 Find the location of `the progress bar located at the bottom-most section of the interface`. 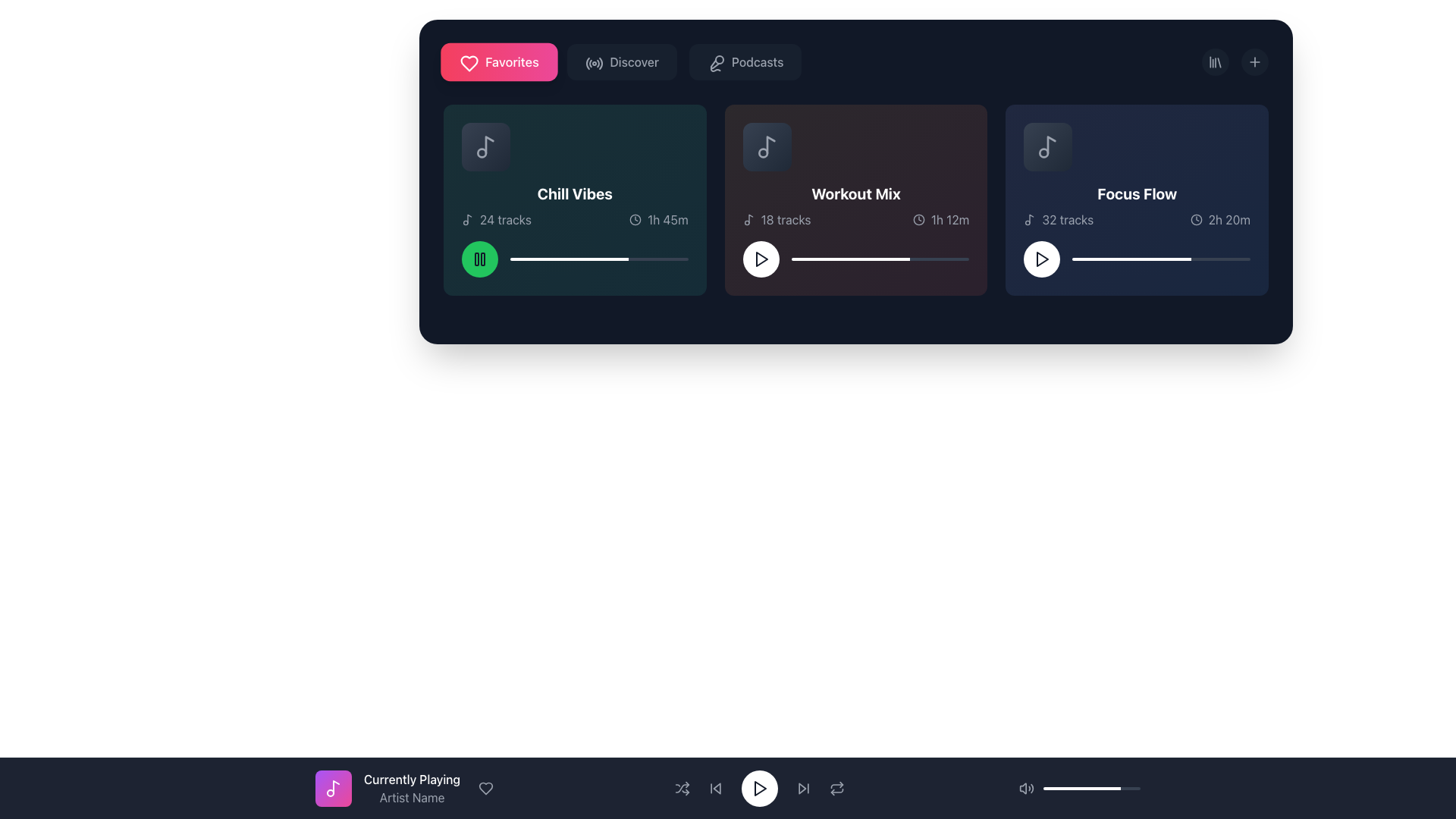

the progress bar located at the bottom-most section of the interface is located at coordinates (1092, 788).